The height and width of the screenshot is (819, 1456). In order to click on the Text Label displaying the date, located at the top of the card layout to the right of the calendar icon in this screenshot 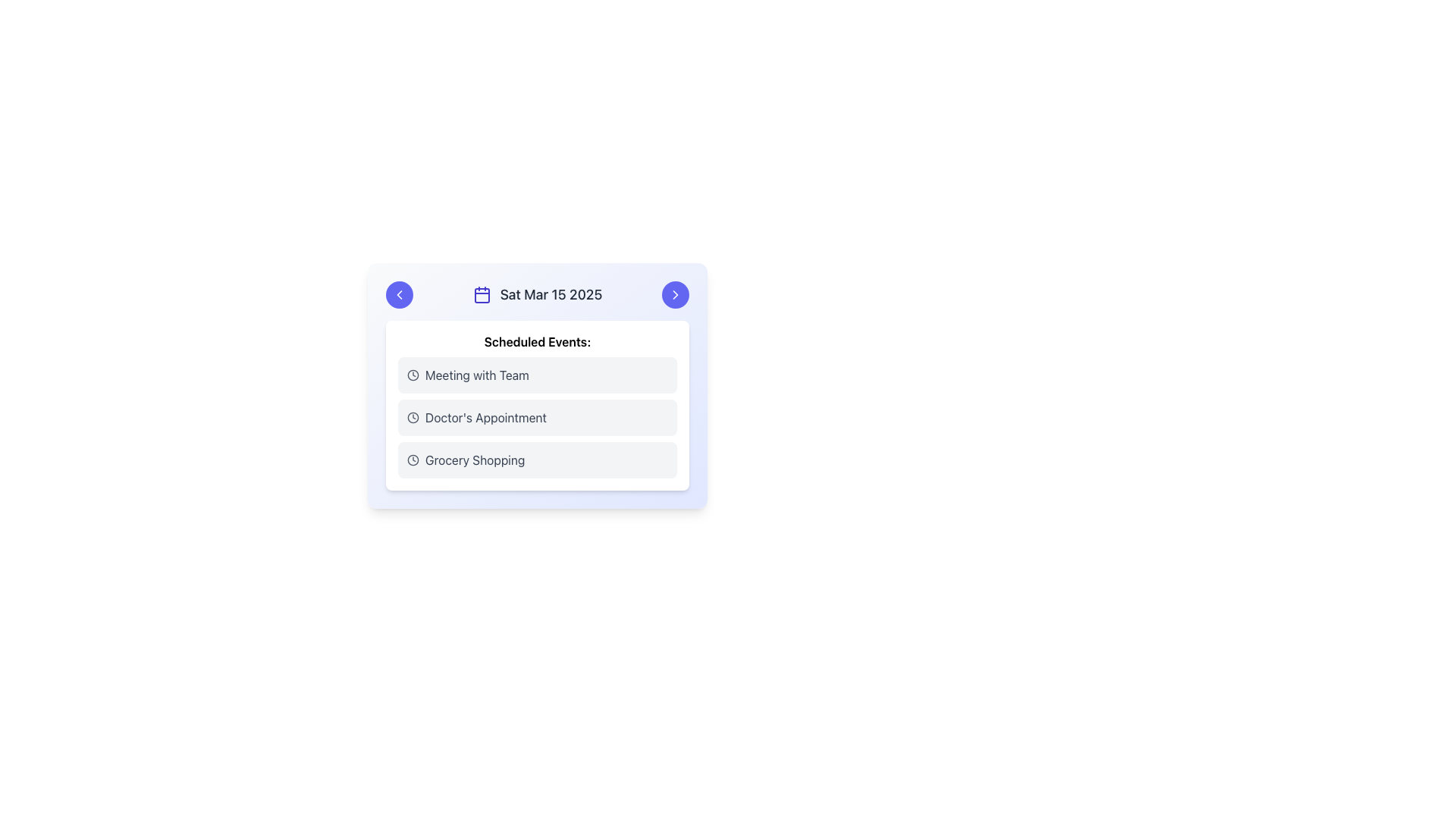, I will do `click(550, 295)`.